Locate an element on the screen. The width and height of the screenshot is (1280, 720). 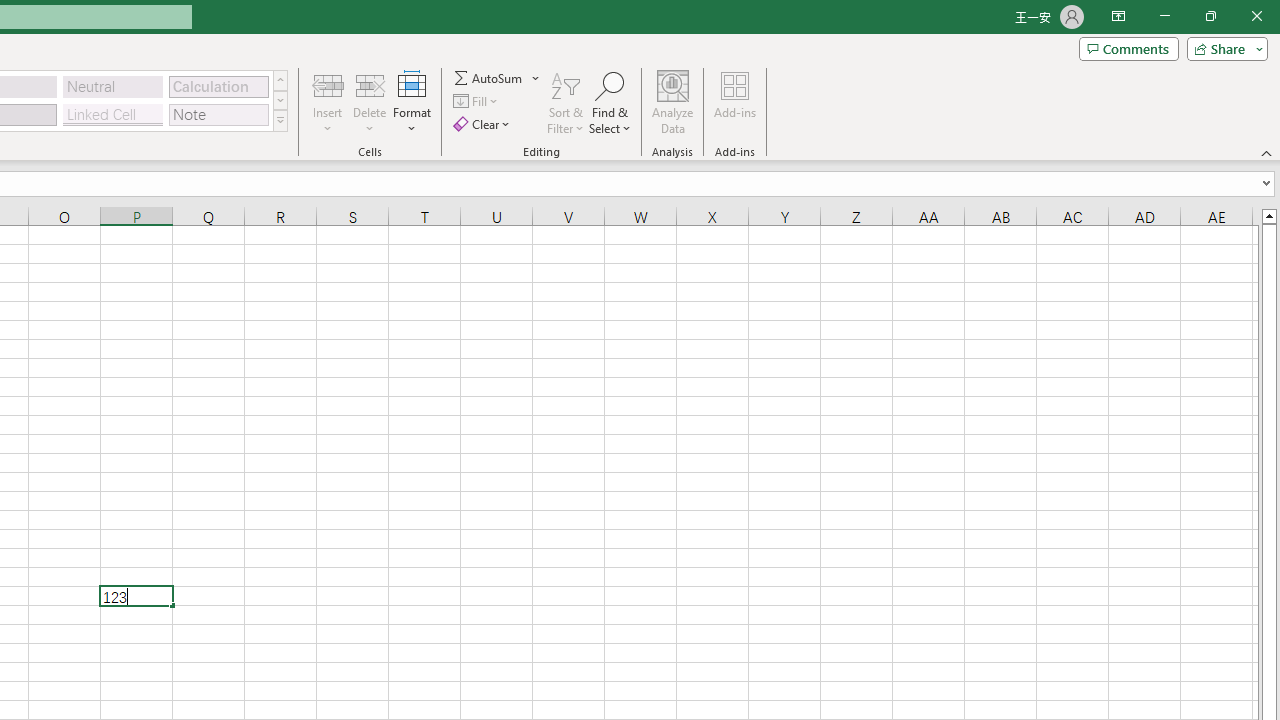
'Neutral' is located at coordinates (112, 85).